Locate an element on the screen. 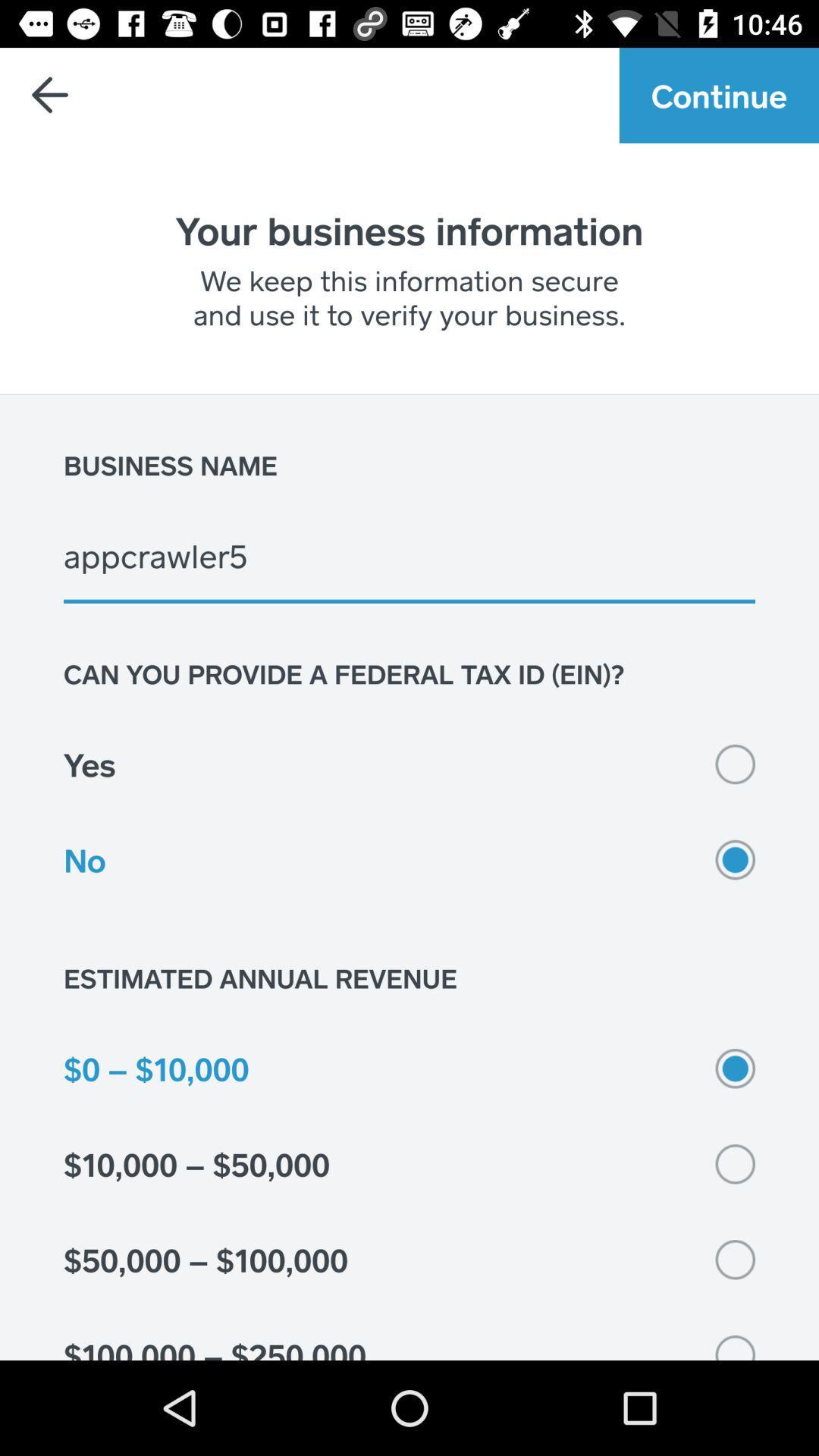 The height and width of the screenshot is (1456, 819). continue is located at coordinates (718, 94).